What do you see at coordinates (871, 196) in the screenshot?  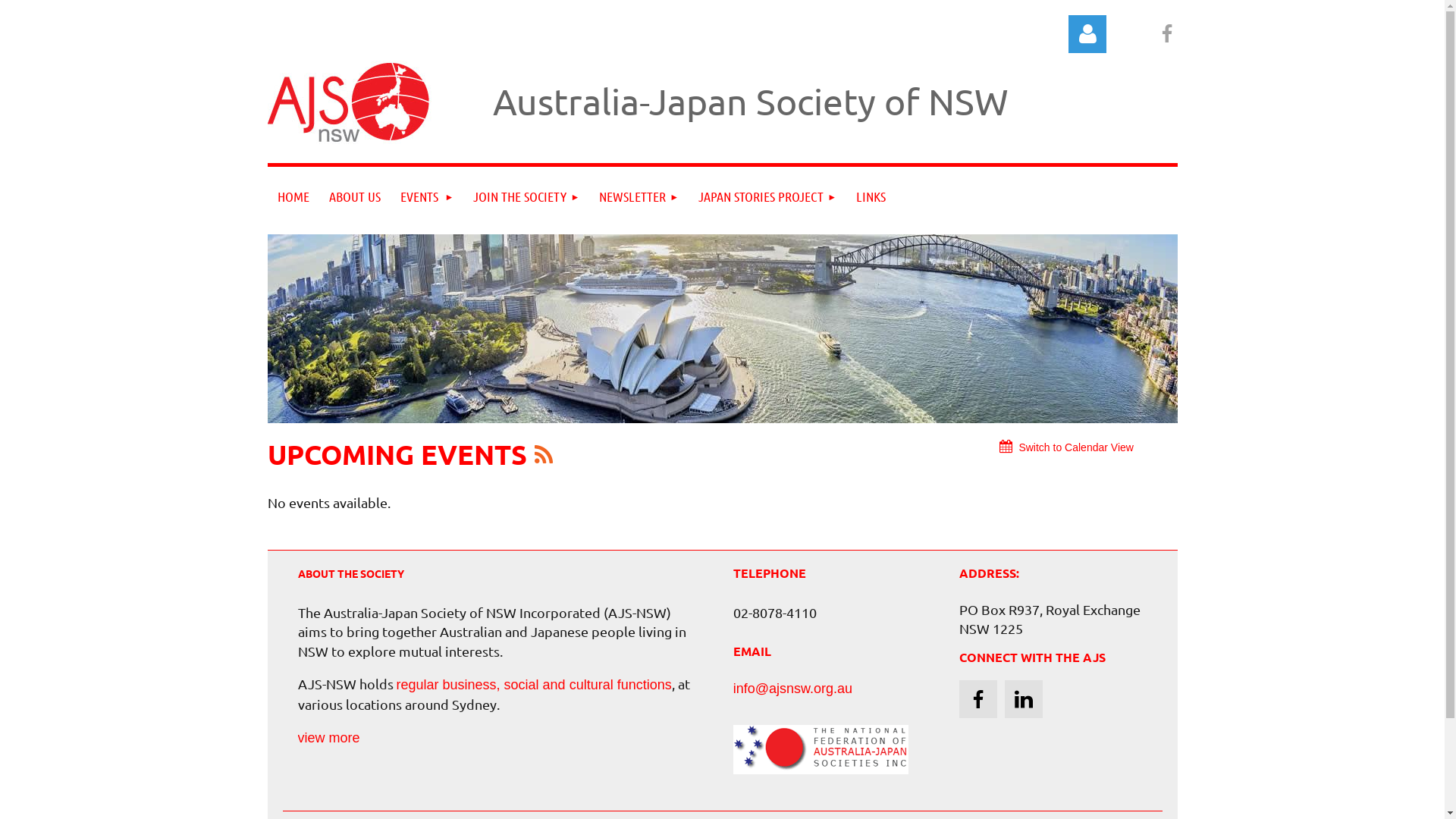 I see `'LINKS'` at bounding box center [871, 196].